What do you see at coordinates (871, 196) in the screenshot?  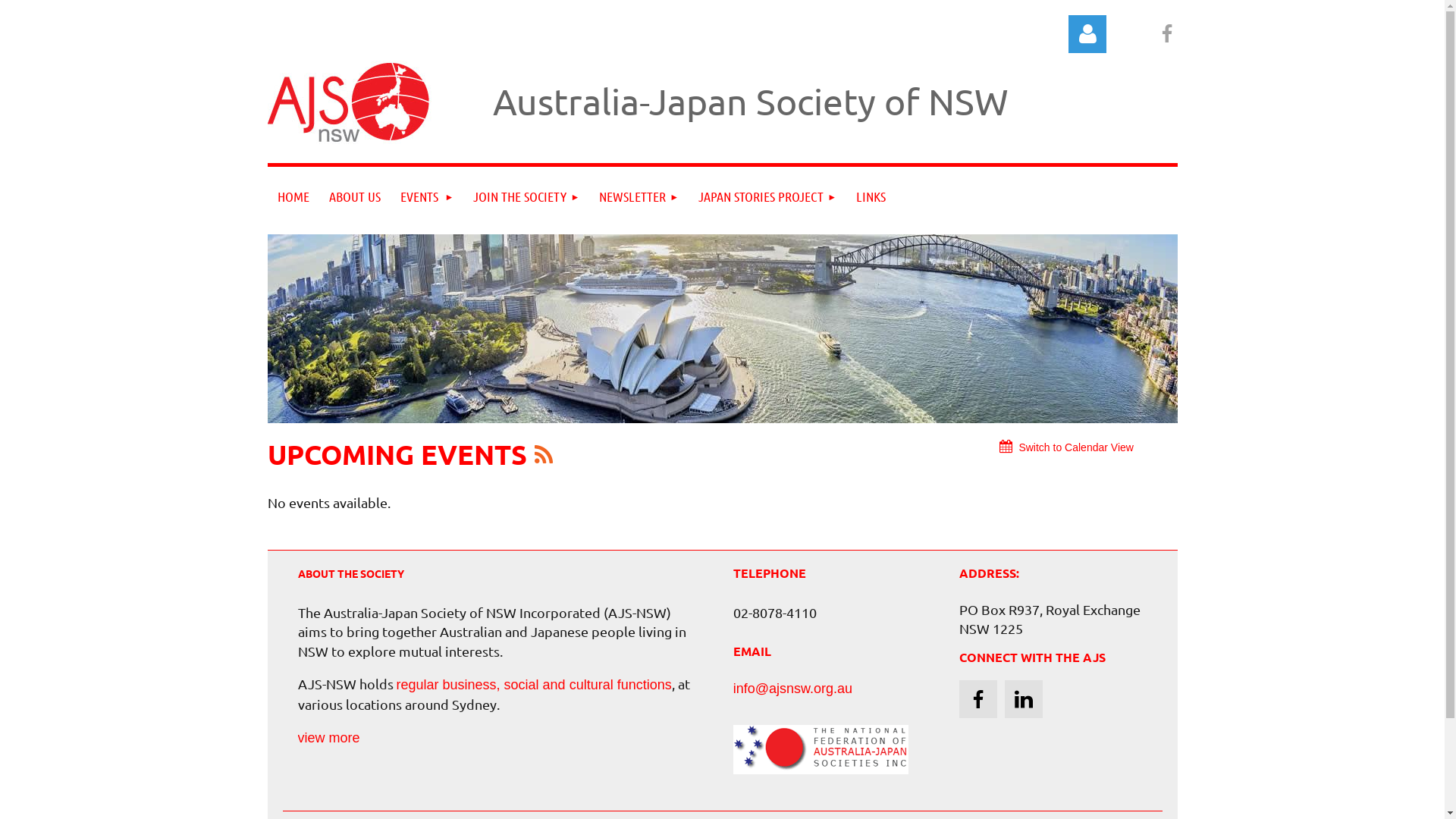 I see `'LINKS'` at bounding box center [871, 196].